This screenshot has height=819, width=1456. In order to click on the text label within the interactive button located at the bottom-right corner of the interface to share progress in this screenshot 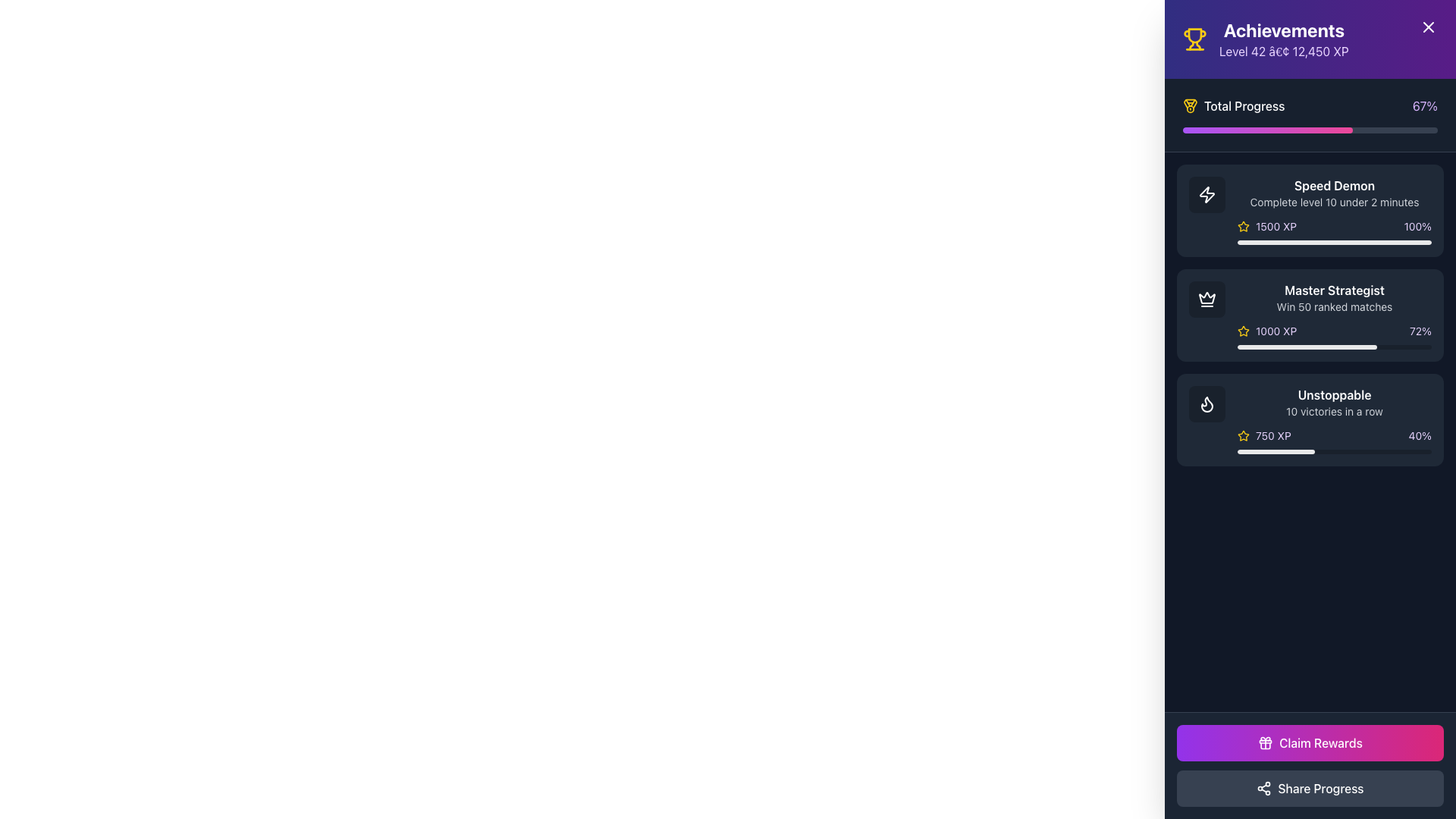, I will do `click(1320, 788)`.